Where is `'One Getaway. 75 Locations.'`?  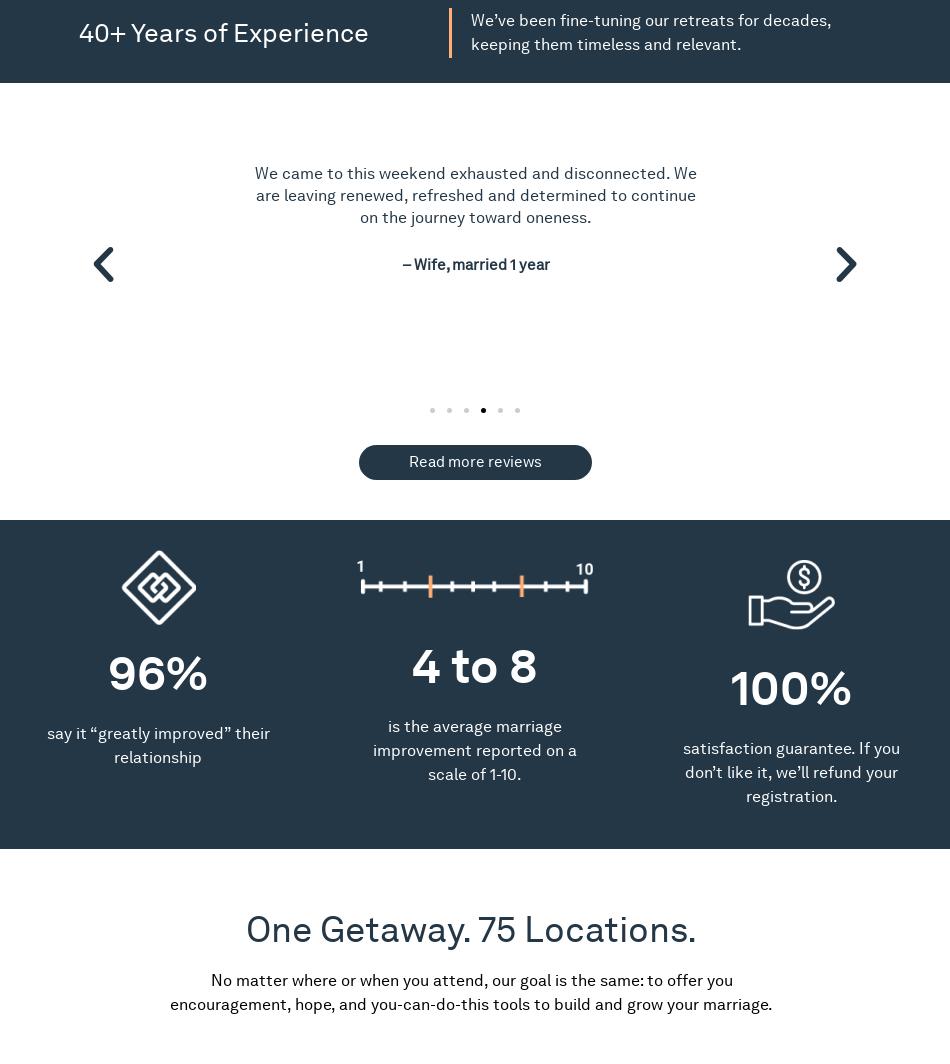 'One Getaway. 75 Locations.' is located at coordinates (470, 928).